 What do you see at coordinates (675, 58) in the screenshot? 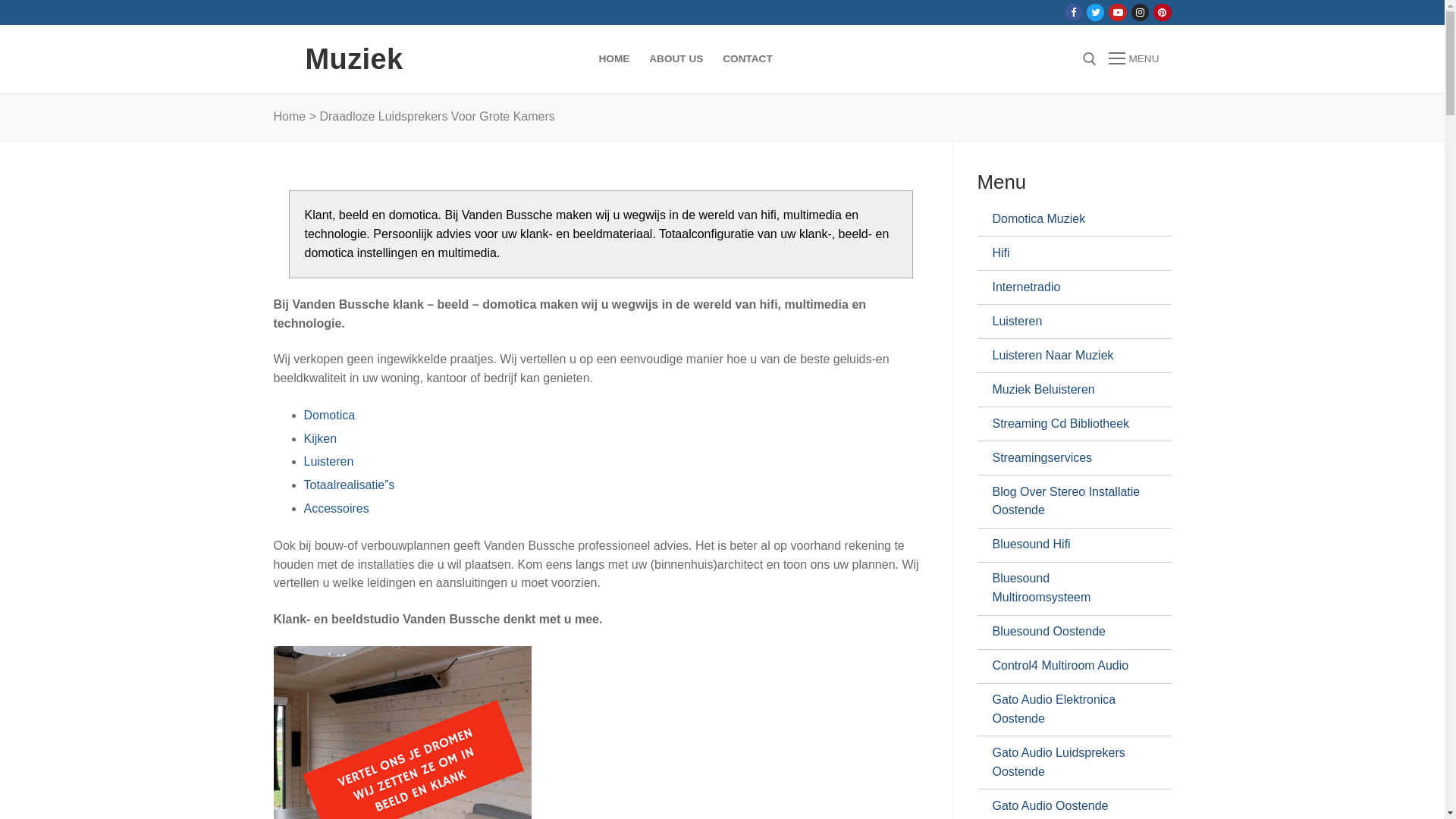
I see `'ABOUT US'` at bounding box center [675, 58].